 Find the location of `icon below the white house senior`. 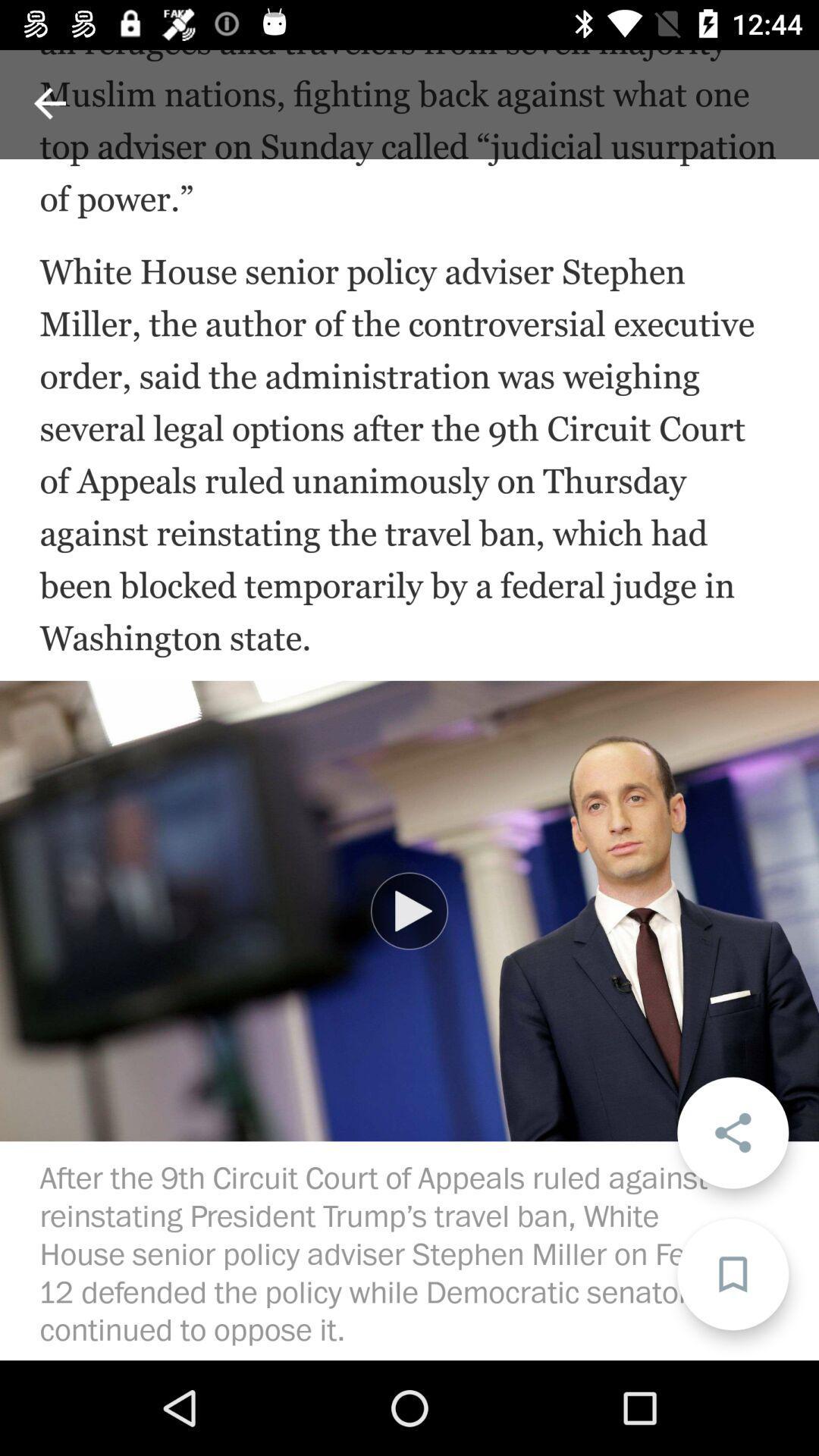

icon below the white house senior is located at coordinates (409, 910).